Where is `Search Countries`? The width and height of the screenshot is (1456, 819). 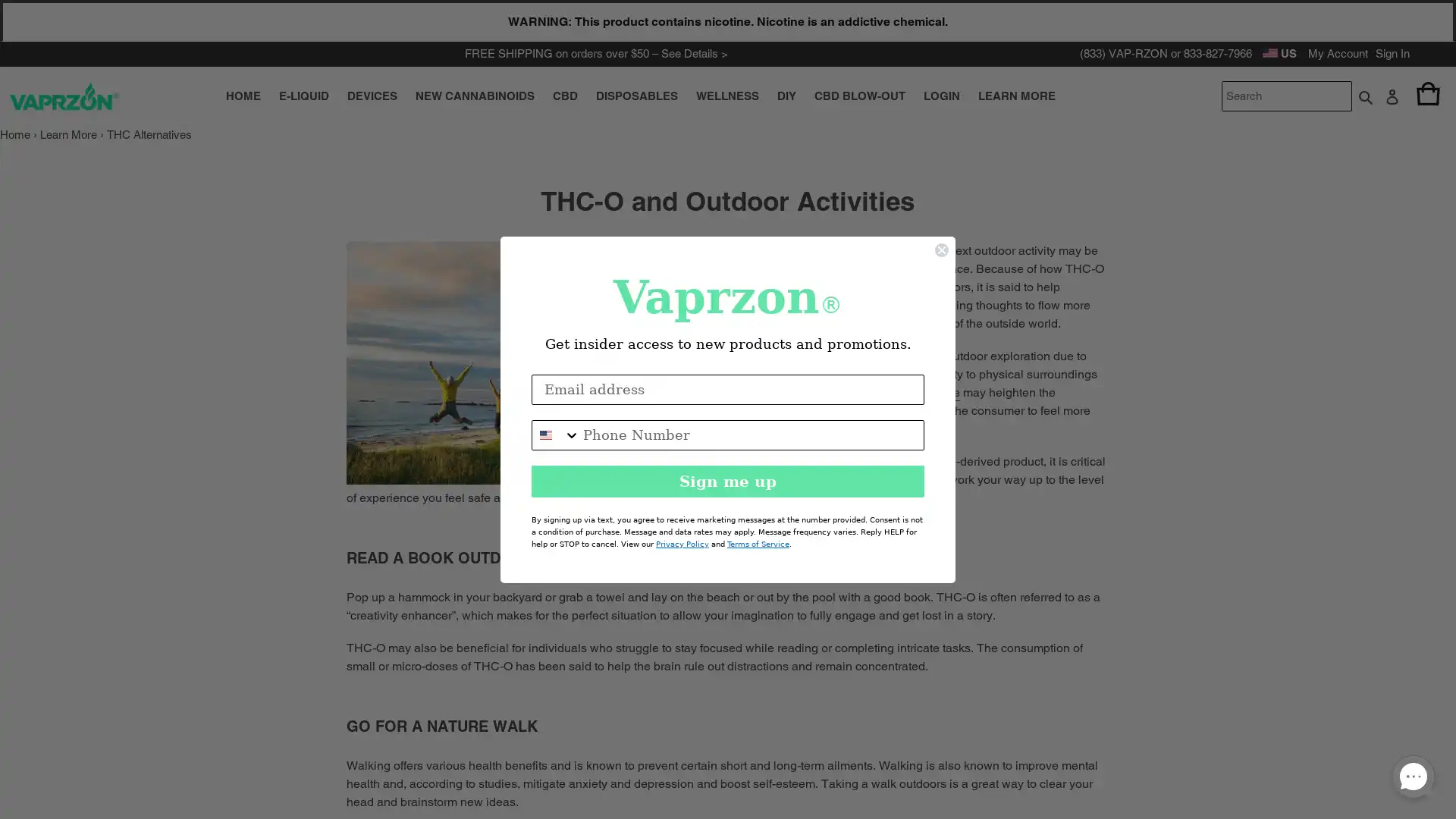 Search Countries is located at coordinates (557, 435).